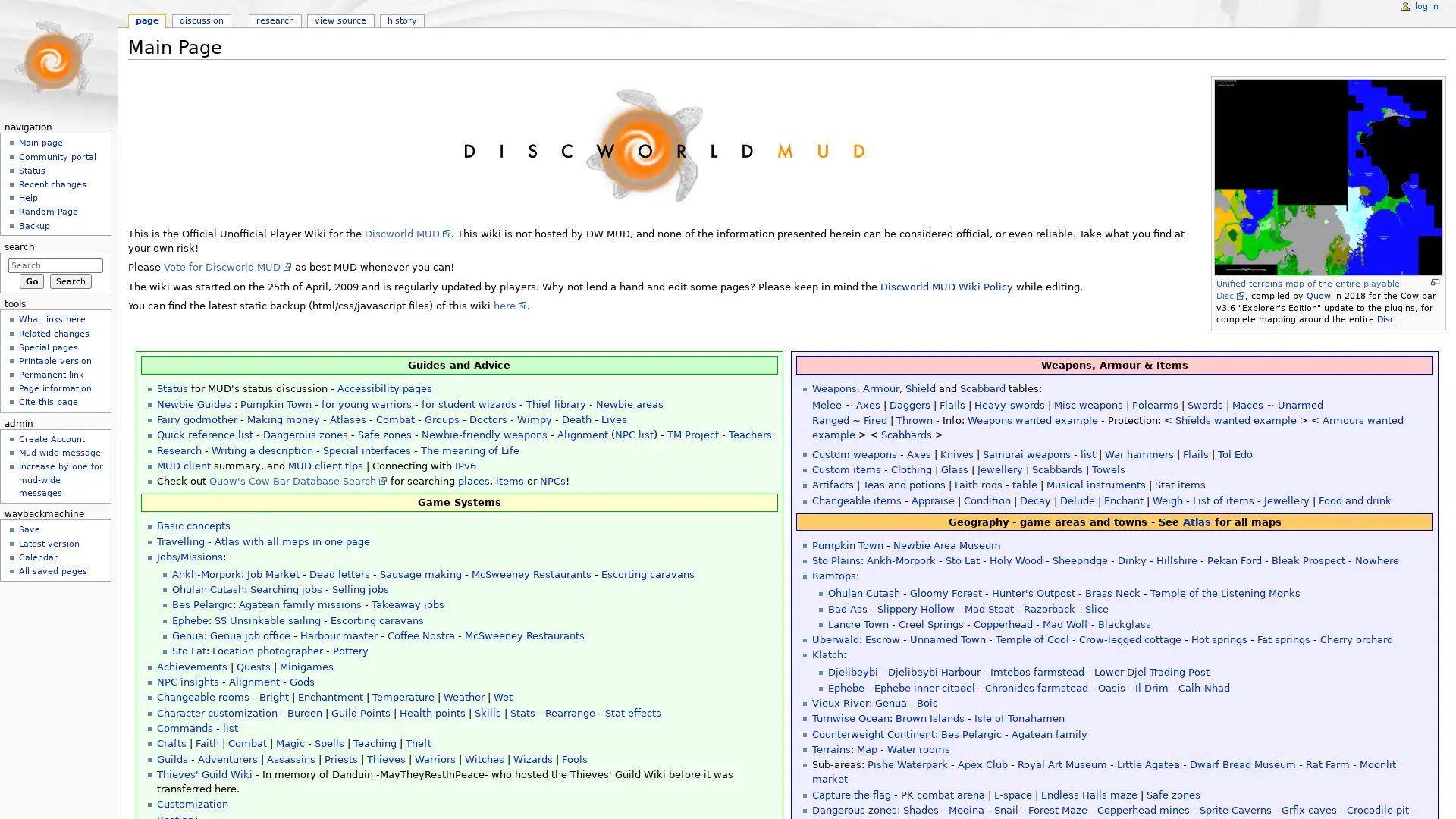 This screenshot has height=819, width=1456. I want to click on Search, so click(70, 281).